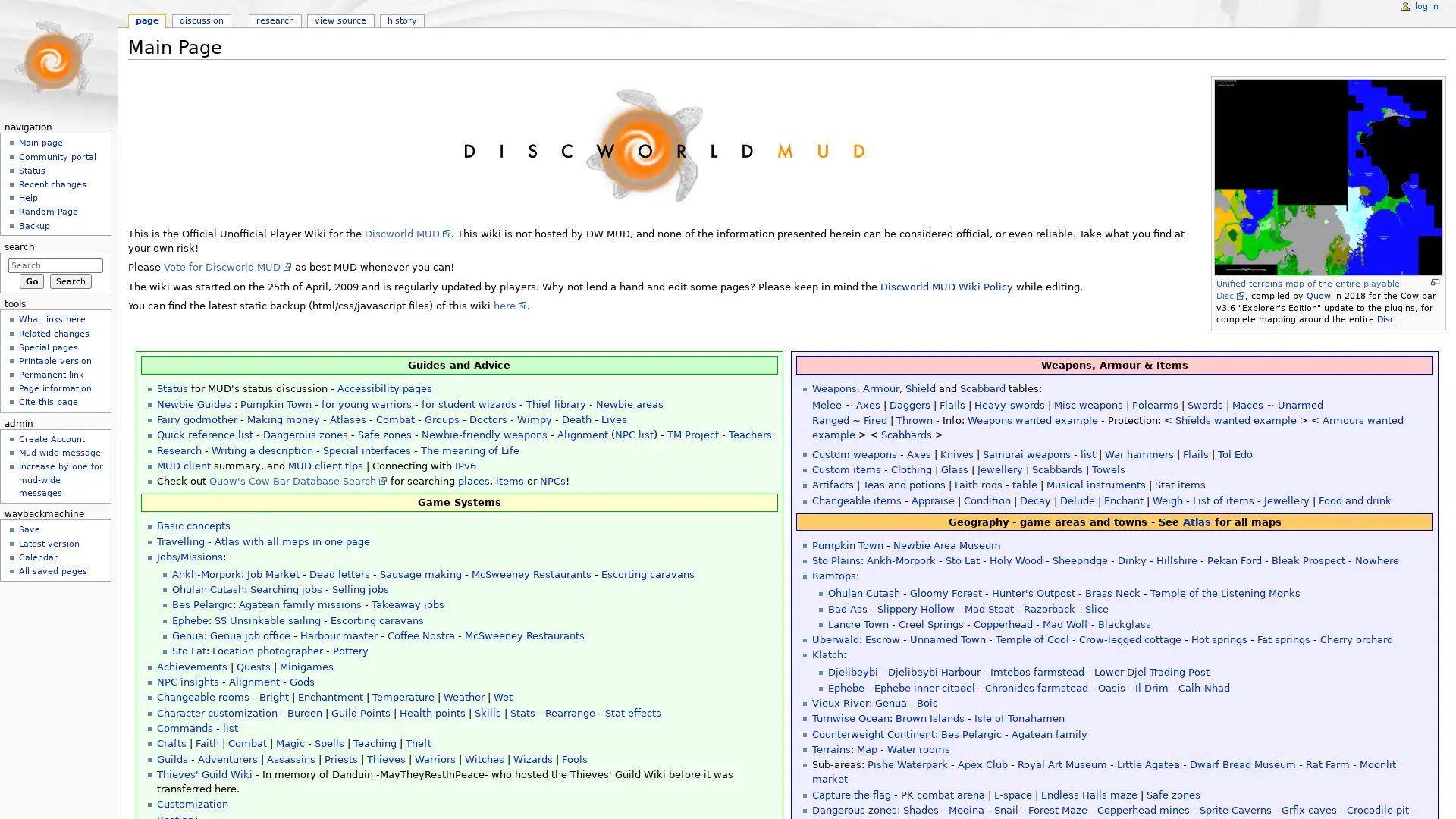 This screenshot has height=819, width=1456. I want to click on Search, so click(70, 281).